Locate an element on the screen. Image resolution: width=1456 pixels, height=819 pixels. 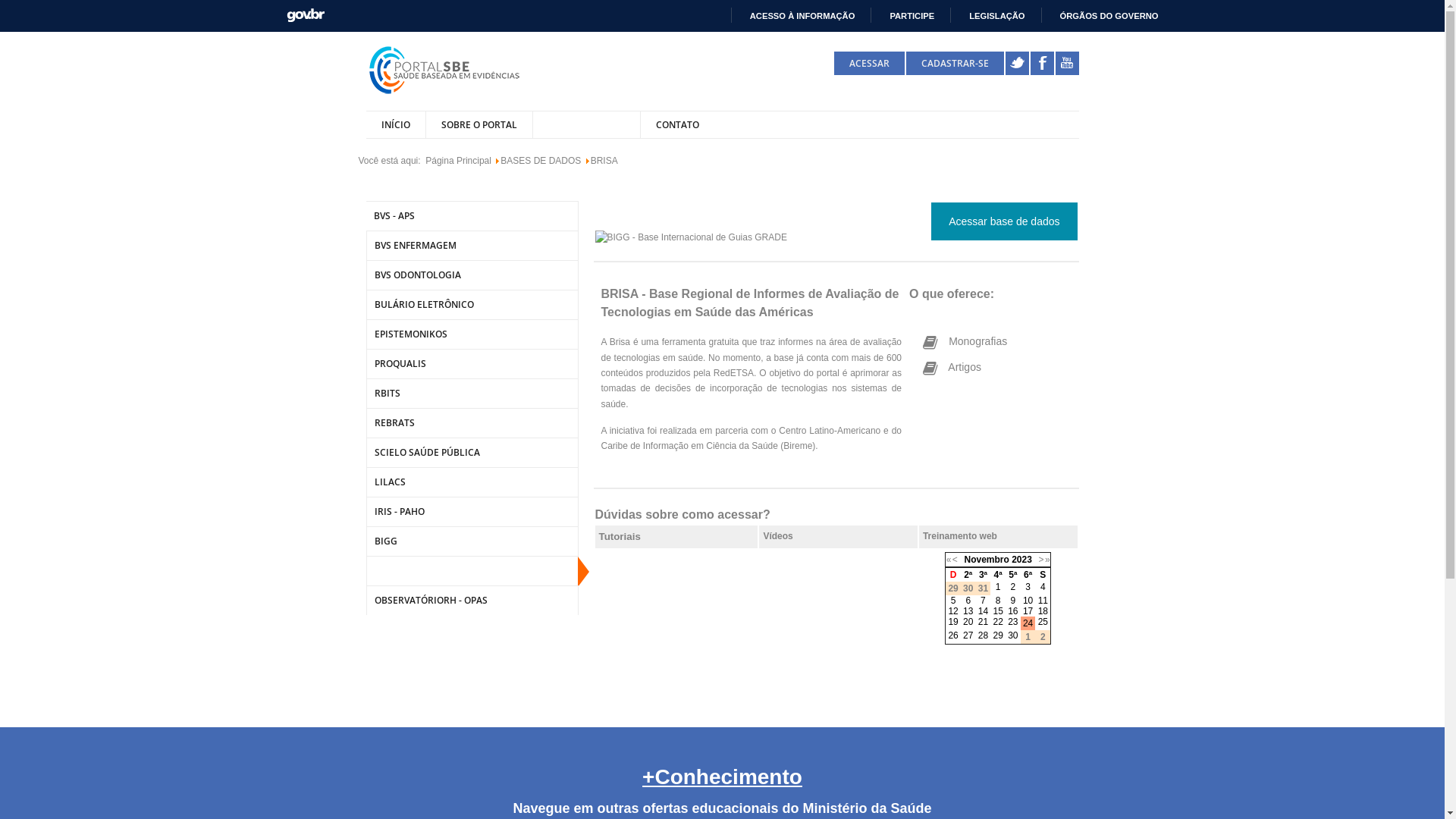
'BASES DE DADOS' is located at coordinates (541, 161).